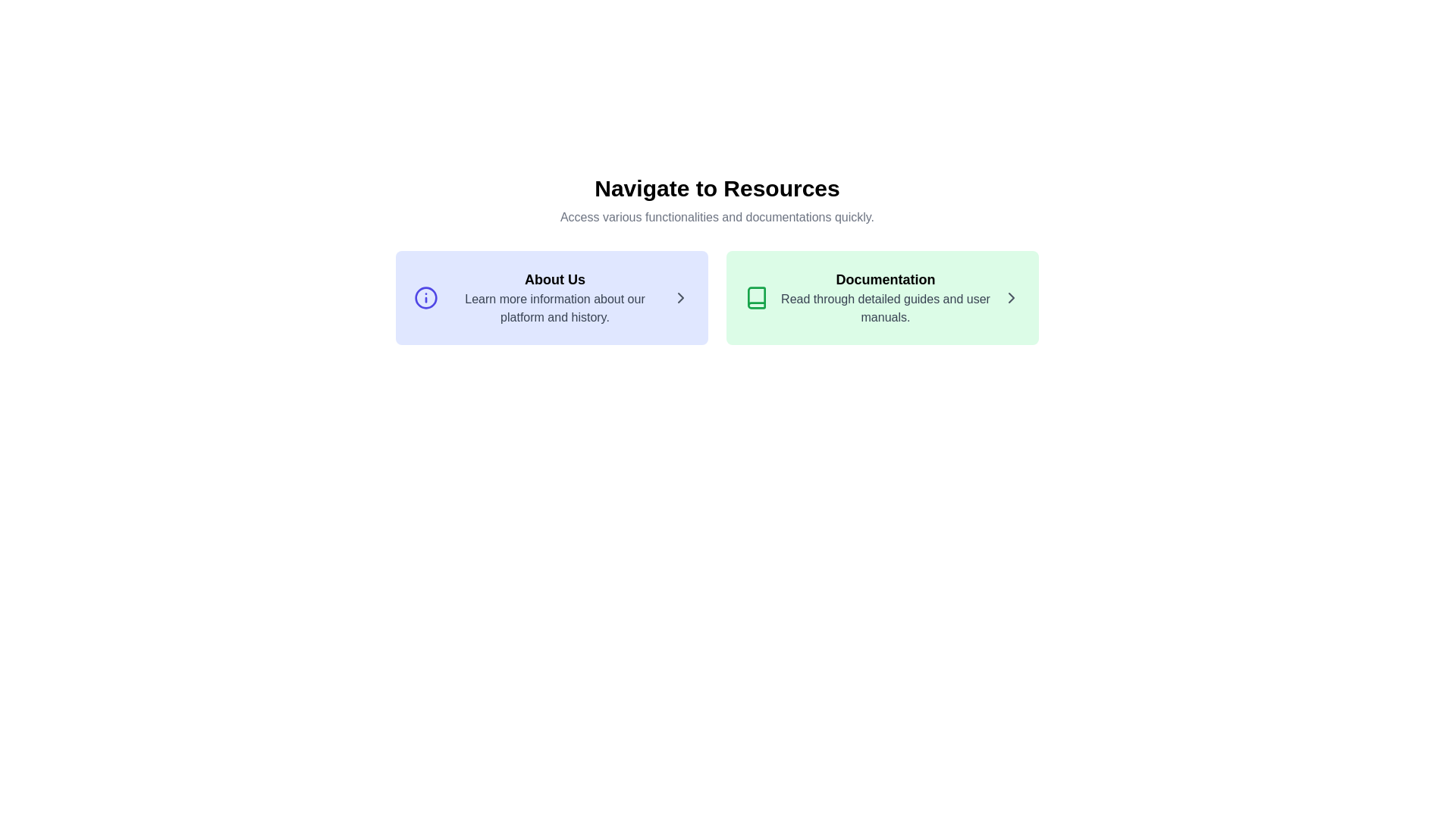 The height and width of the screenshot is (819, 1456). I want to click on the text block that provides a brief description about the 'About Us' section, which is located below the 'About Us' heading within a blue card, so click(554, 308).